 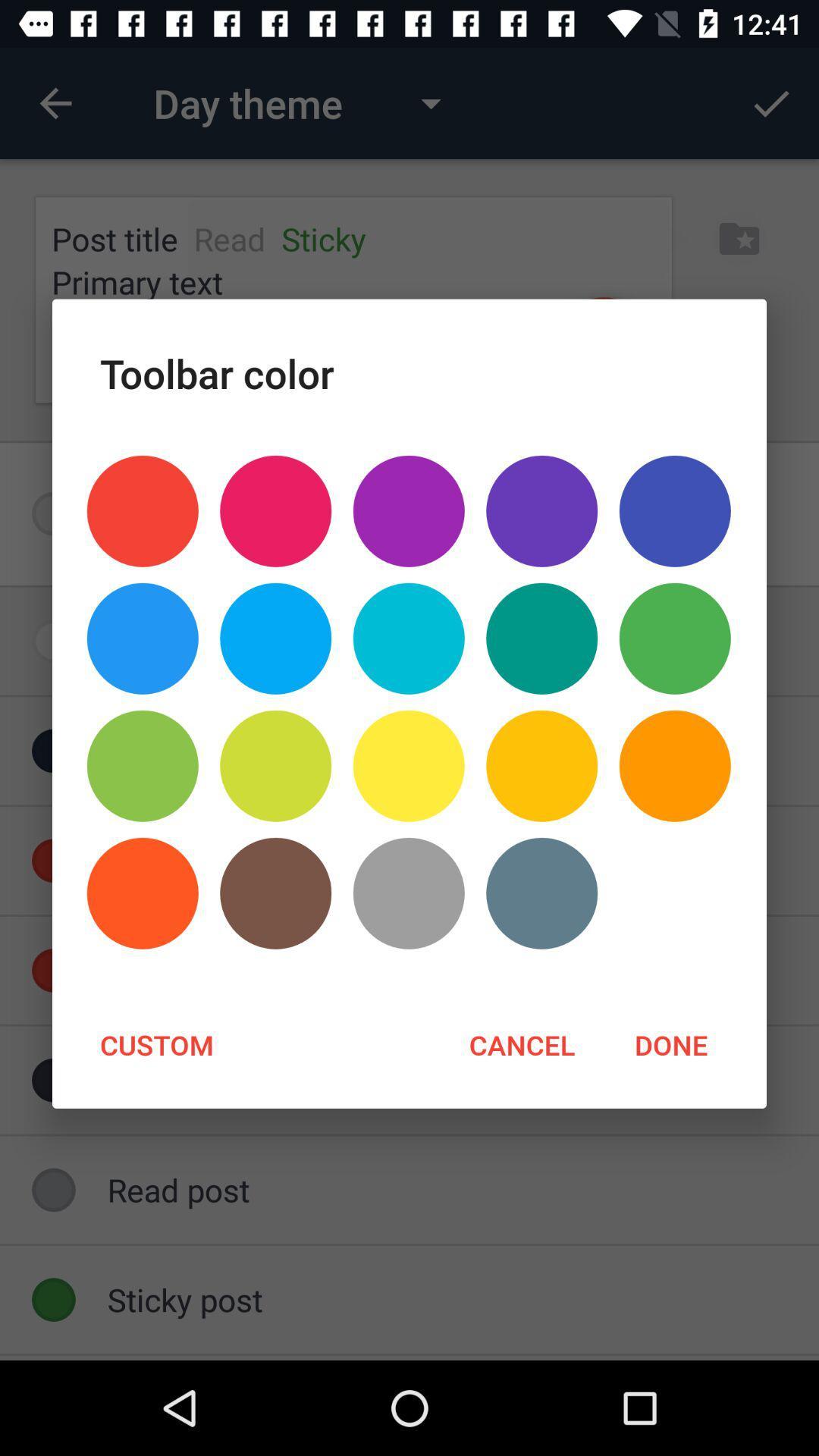 I want to click on the icon above custom icon, so click(x=275, y=893).